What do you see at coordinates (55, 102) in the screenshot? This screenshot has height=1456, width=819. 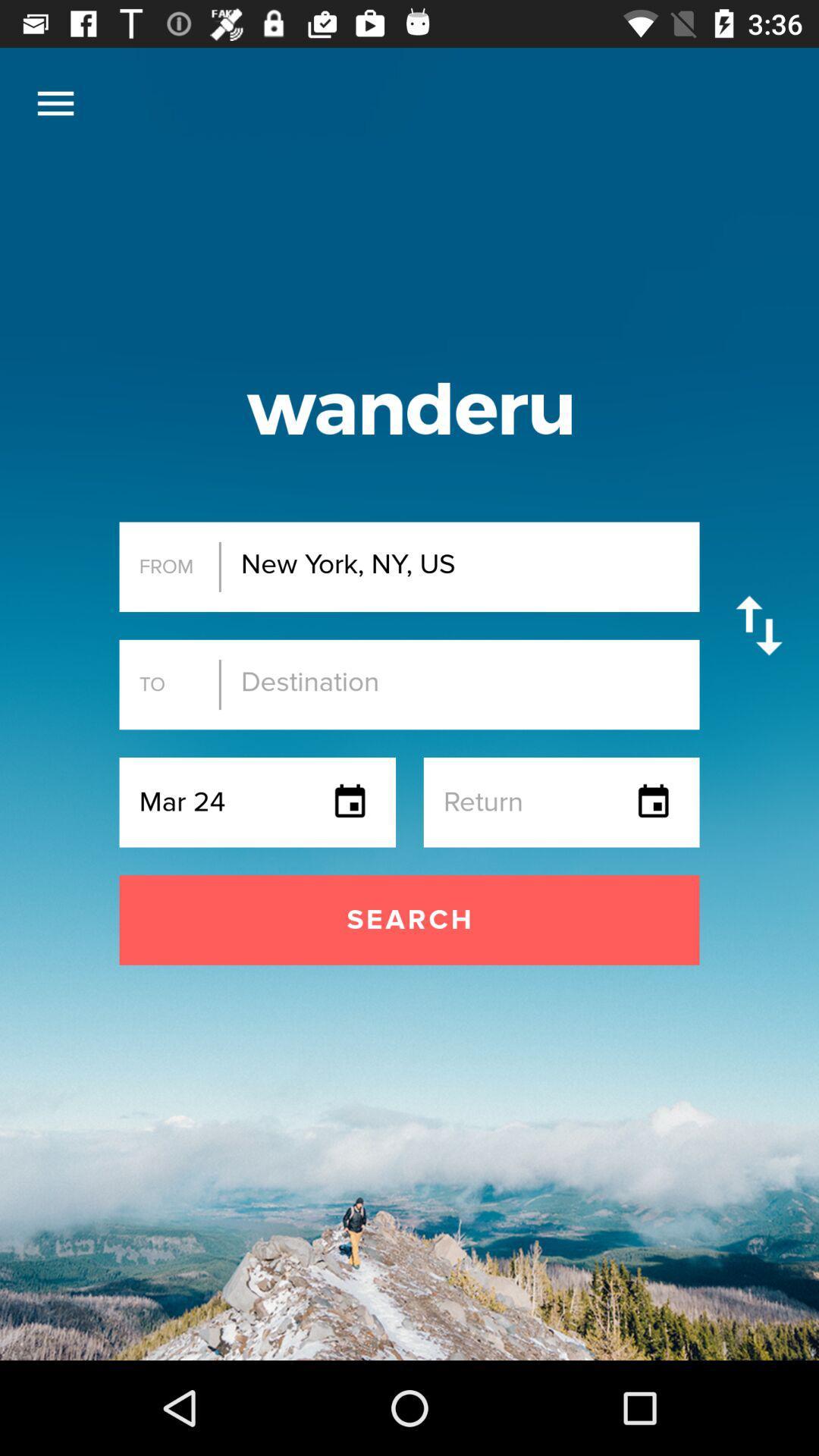 I see `open settings` at bounding box center [55, 102].